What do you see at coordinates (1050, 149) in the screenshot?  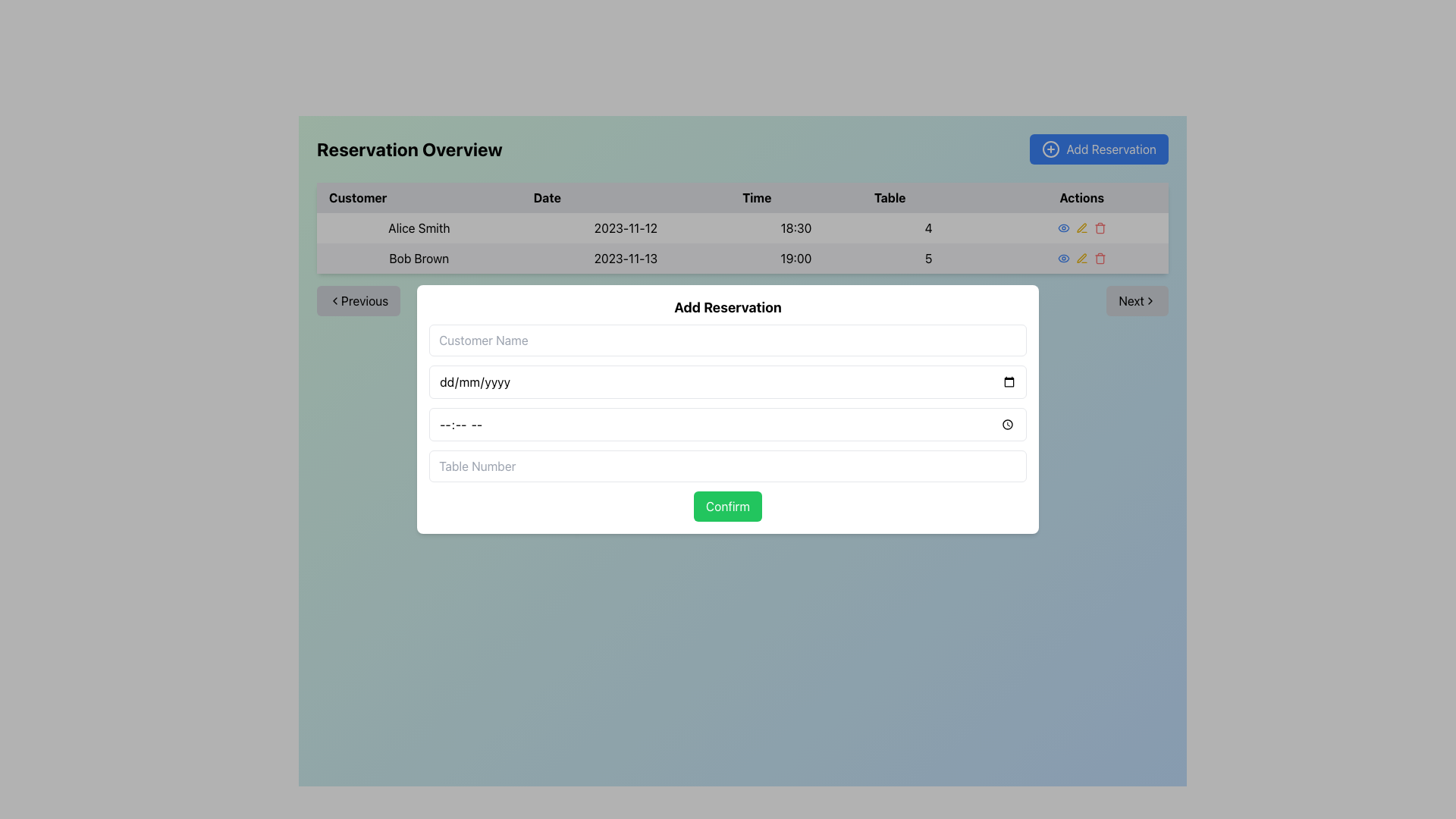 I see `the outermost SVG circle element of the 'Add Reservation' button located in the upper-right corner of the application's interface` at bounding box center [1050, 149].